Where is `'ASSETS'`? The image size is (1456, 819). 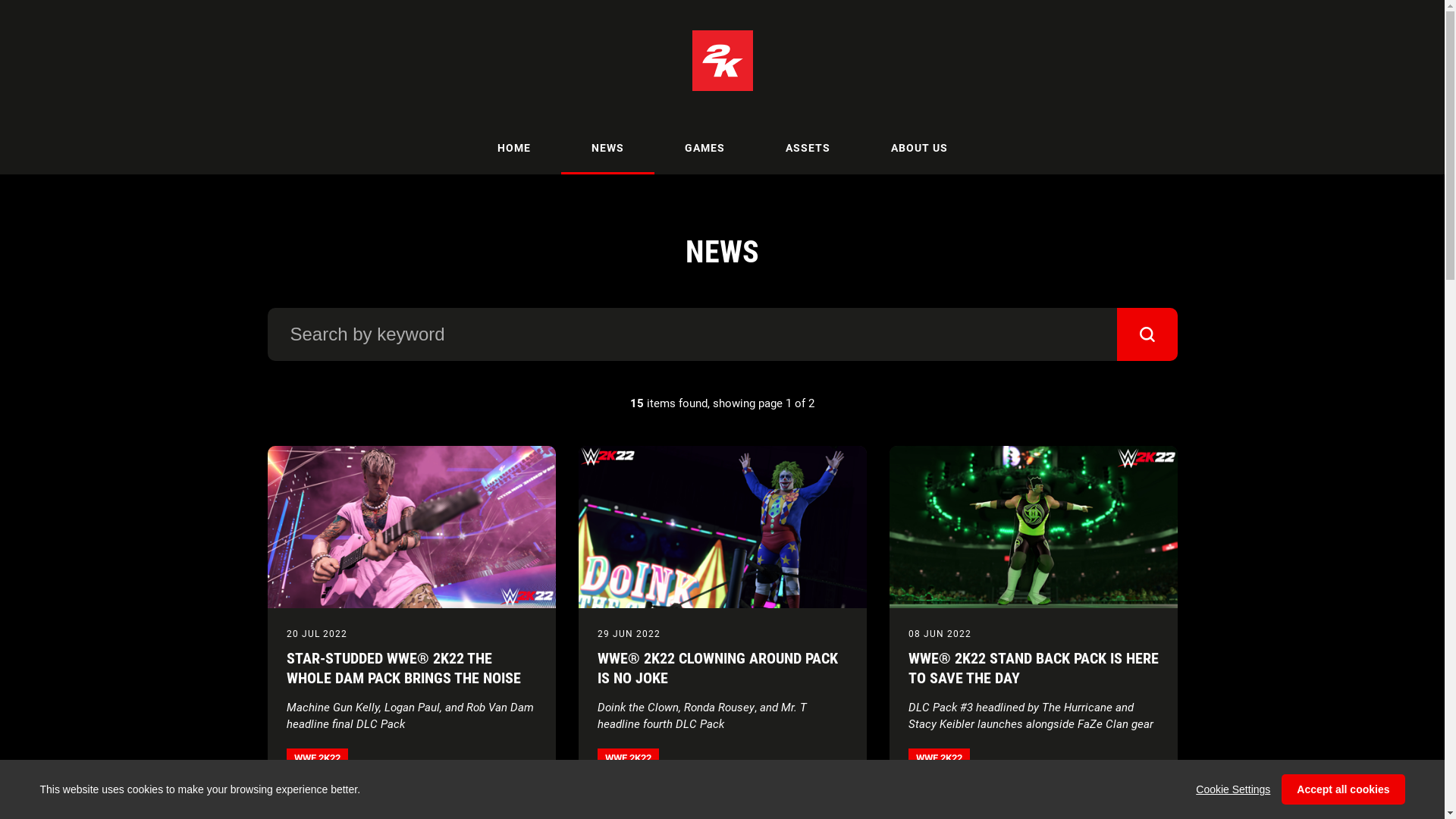 'ASSETS' is located at coordinates (755, 148).